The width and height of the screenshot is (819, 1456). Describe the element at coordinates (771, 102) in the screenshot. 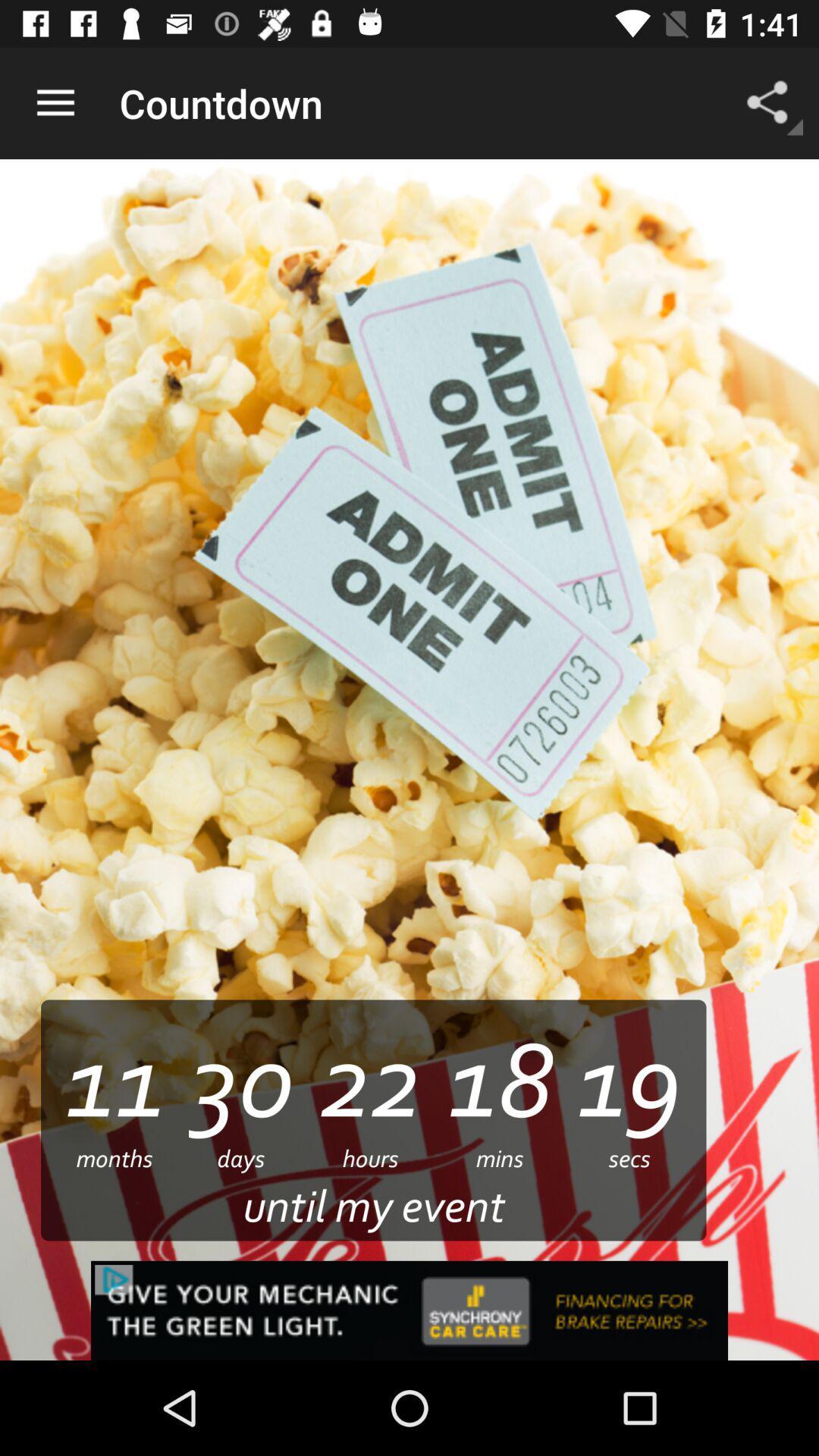

I see `app to the right of the countdown item` at that location.